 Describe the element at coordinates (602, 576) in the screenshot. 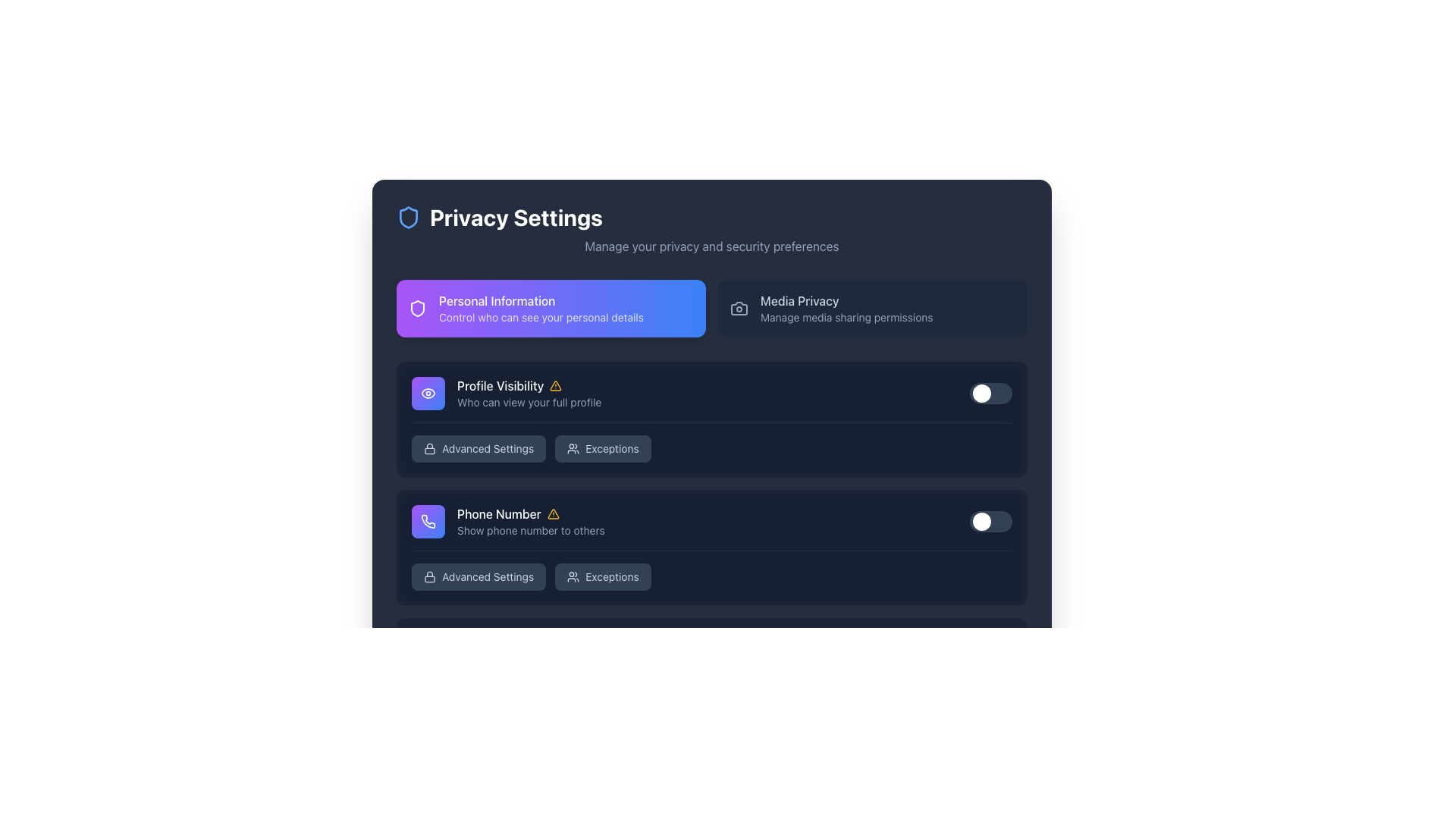

I see `the button that allows customization or viewing of exceptions related to the 'Phone Number' section, positioned to the right of the 'Advanced Settings' button` at that location.